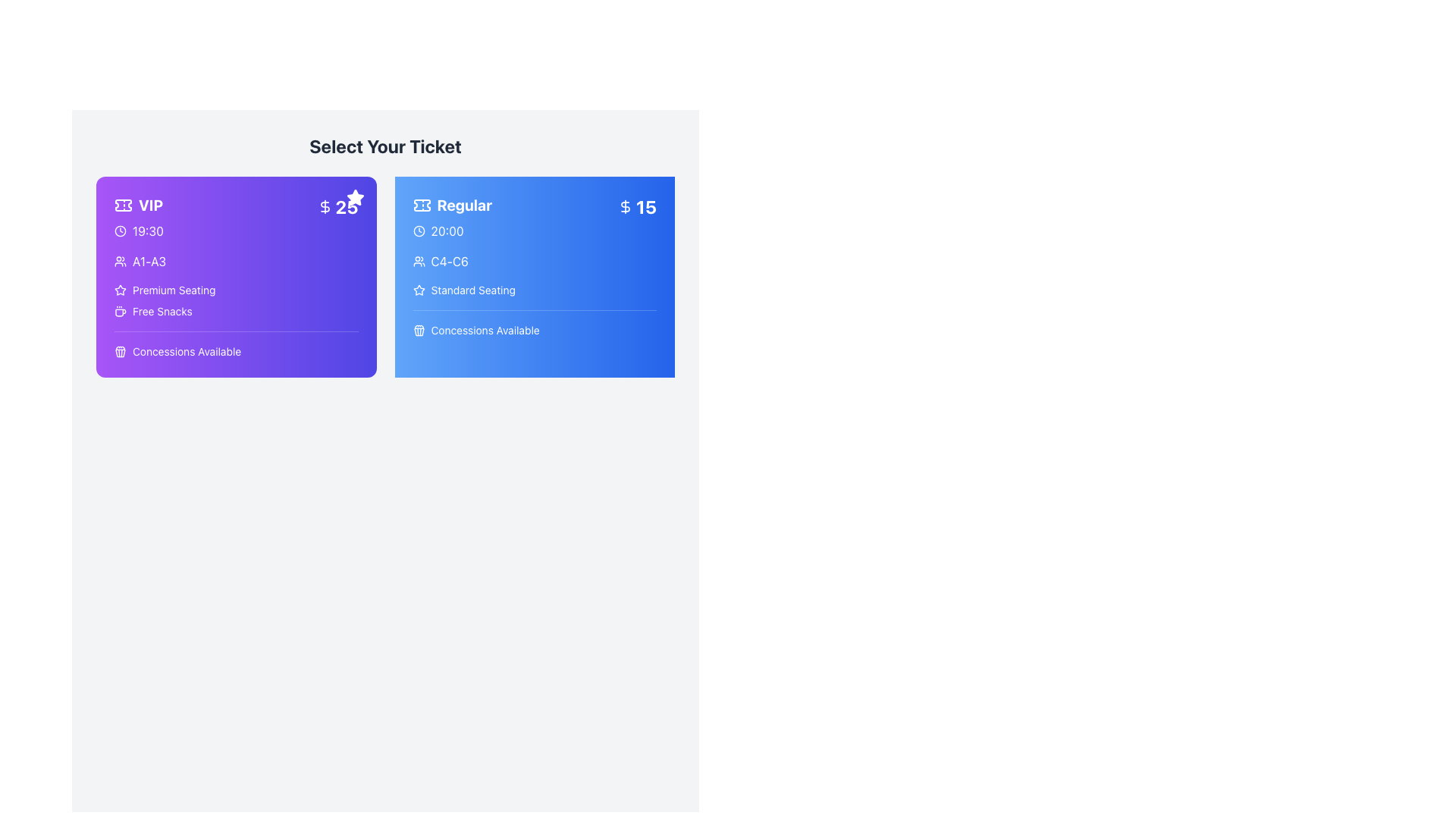  What do you see at coordinates (637, 207) in the screenshot?
I see `price information displayed on the label indicating the cost of the 'Regular' ticket, which is located in the top-right corner of the blue card layout` at bounding box center [637, 207].